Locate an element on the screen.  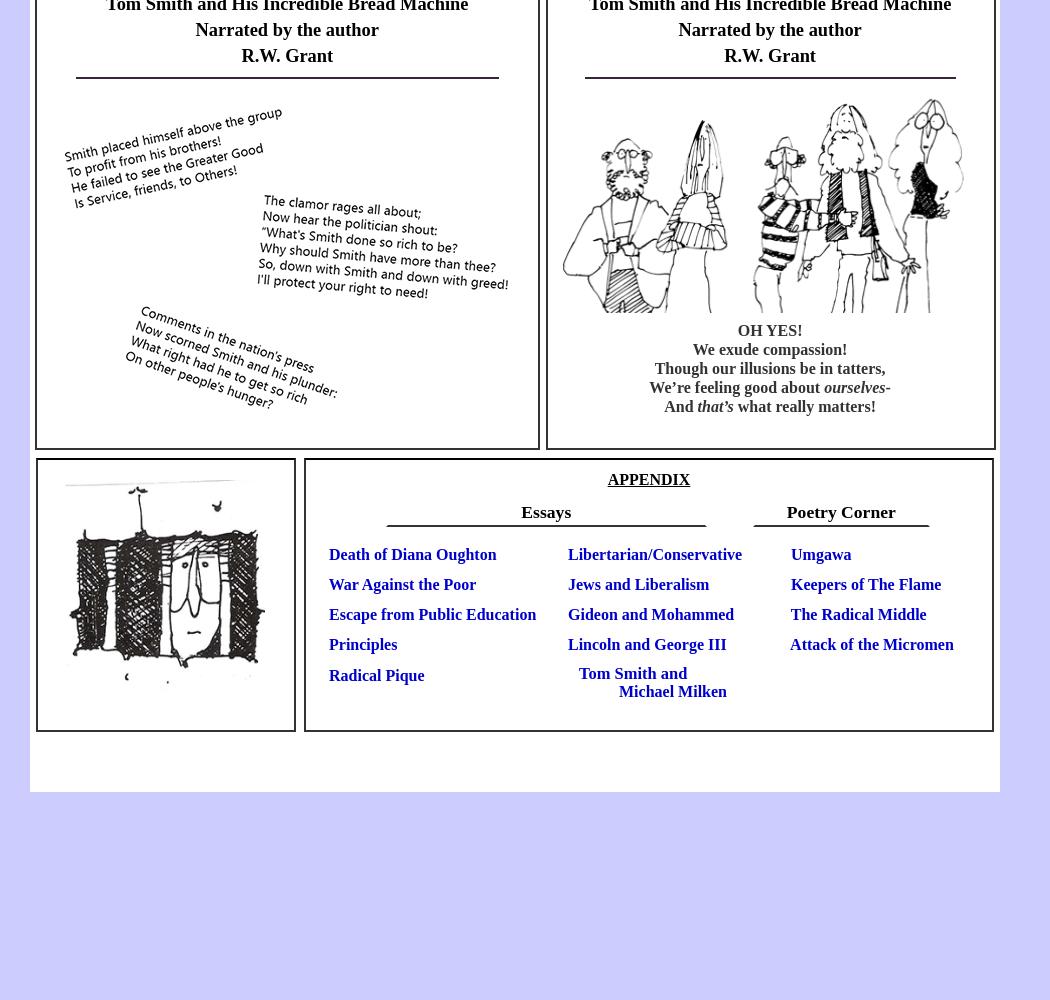
'We exude compassion!' is located at coordinates (769, 347).